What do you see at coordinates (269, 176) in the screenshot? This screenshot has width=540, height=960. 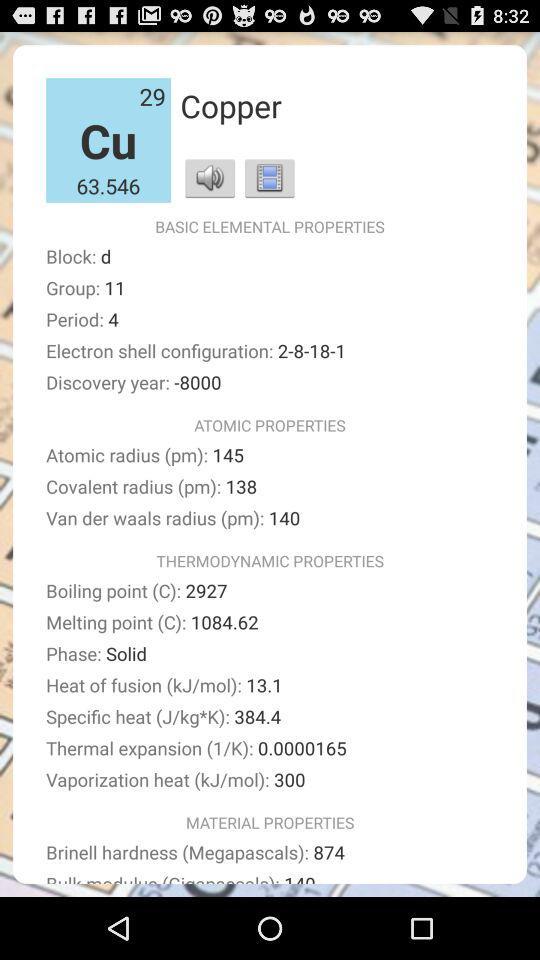 I see `app above the basic elemental properties item` at bounding box center [269, 176].